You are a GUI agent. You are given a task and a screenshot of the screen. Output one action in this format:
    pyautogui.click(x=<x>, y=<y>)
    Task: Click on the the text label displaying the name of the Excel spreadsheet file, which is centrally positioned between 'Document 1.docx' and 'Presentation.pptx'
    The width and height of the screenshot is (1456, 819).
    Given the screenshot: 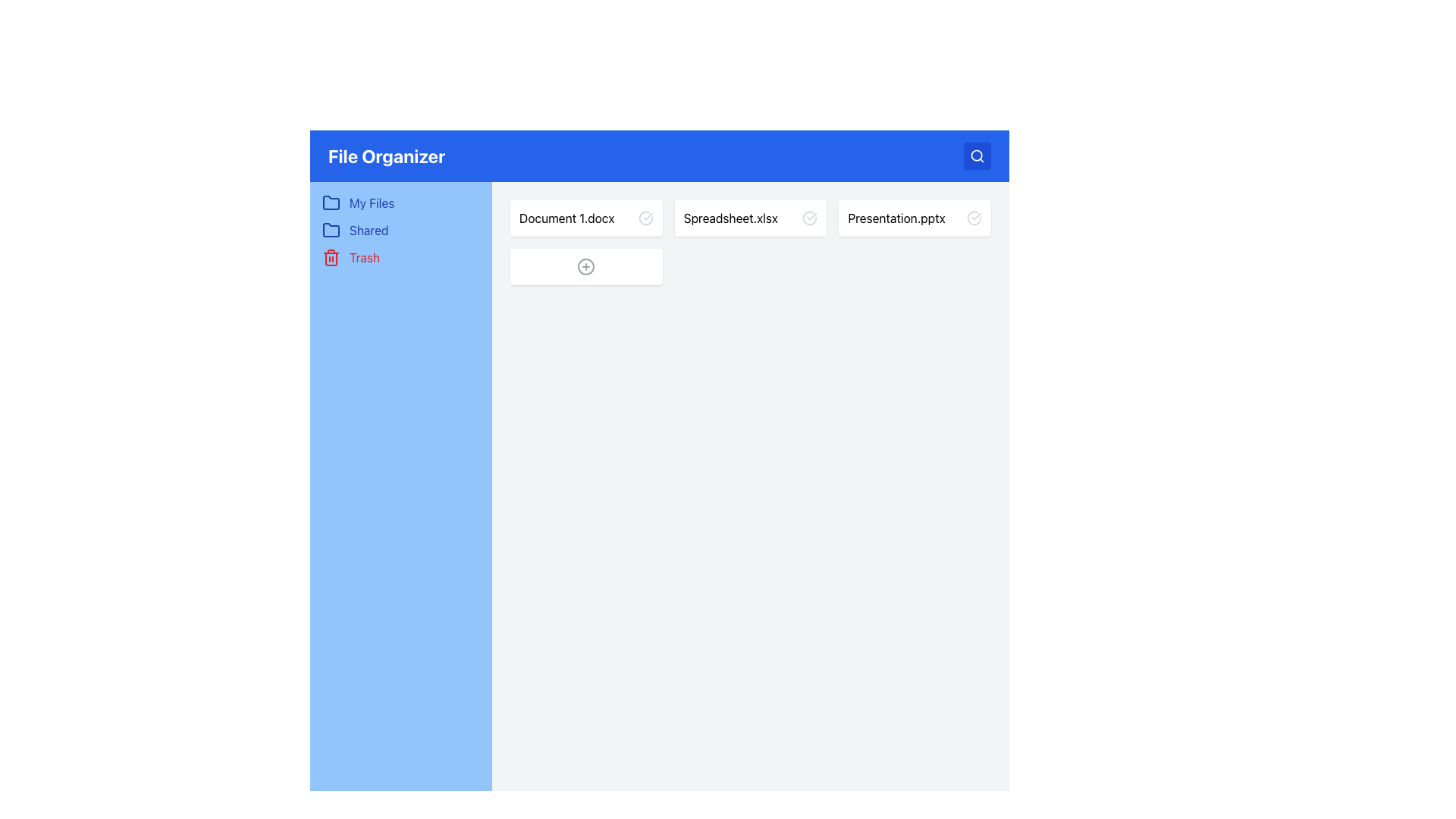 What is the action you would take?
    pyautogui.click(x=730, y=218)
    